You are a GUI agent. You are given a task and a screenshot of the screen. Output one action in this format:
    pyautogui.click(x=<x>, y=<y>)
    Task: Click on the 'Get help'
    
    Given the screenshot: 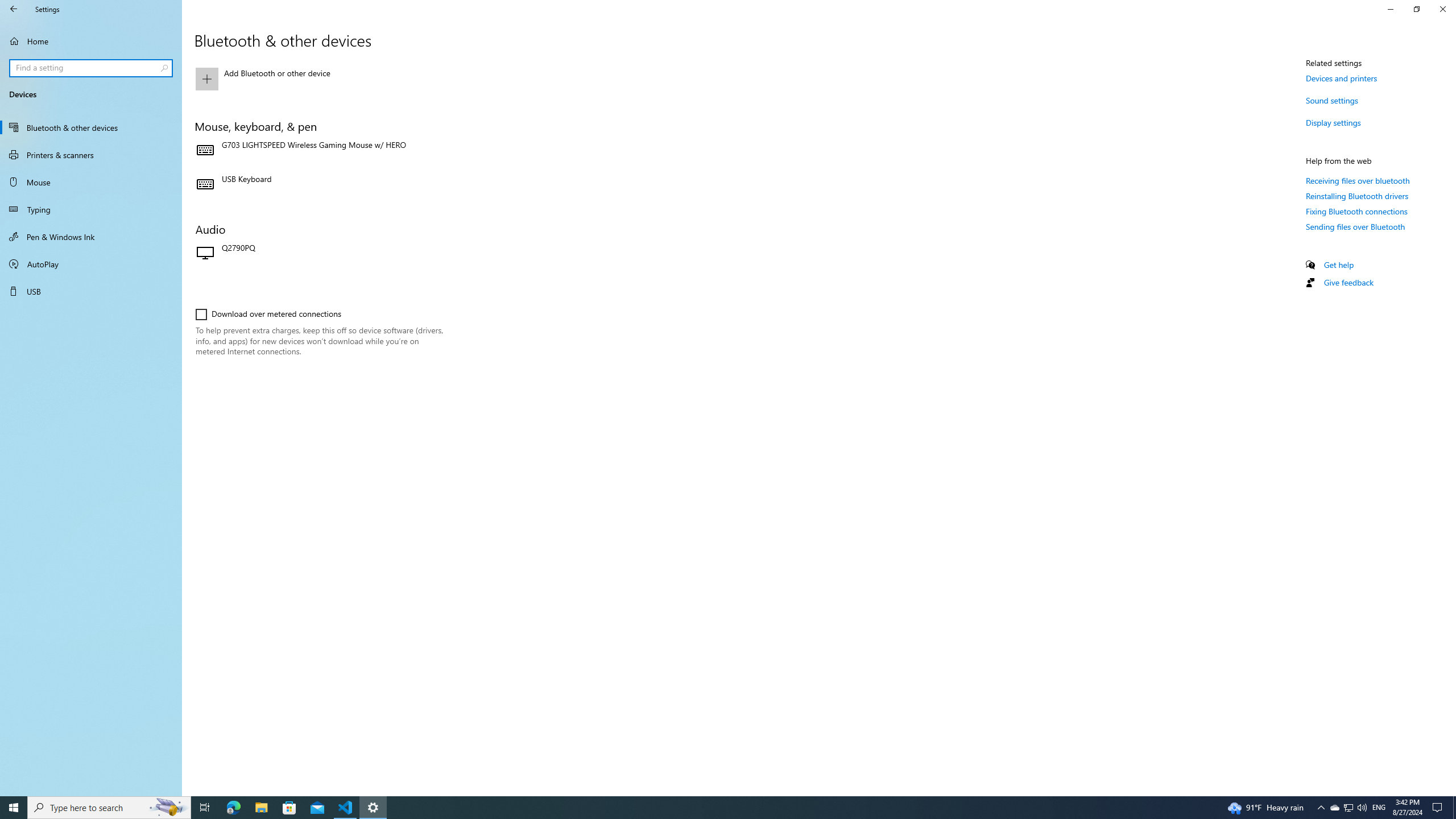 What is the action you would take?
    pyautogui.click(x=1338, y=264)
    